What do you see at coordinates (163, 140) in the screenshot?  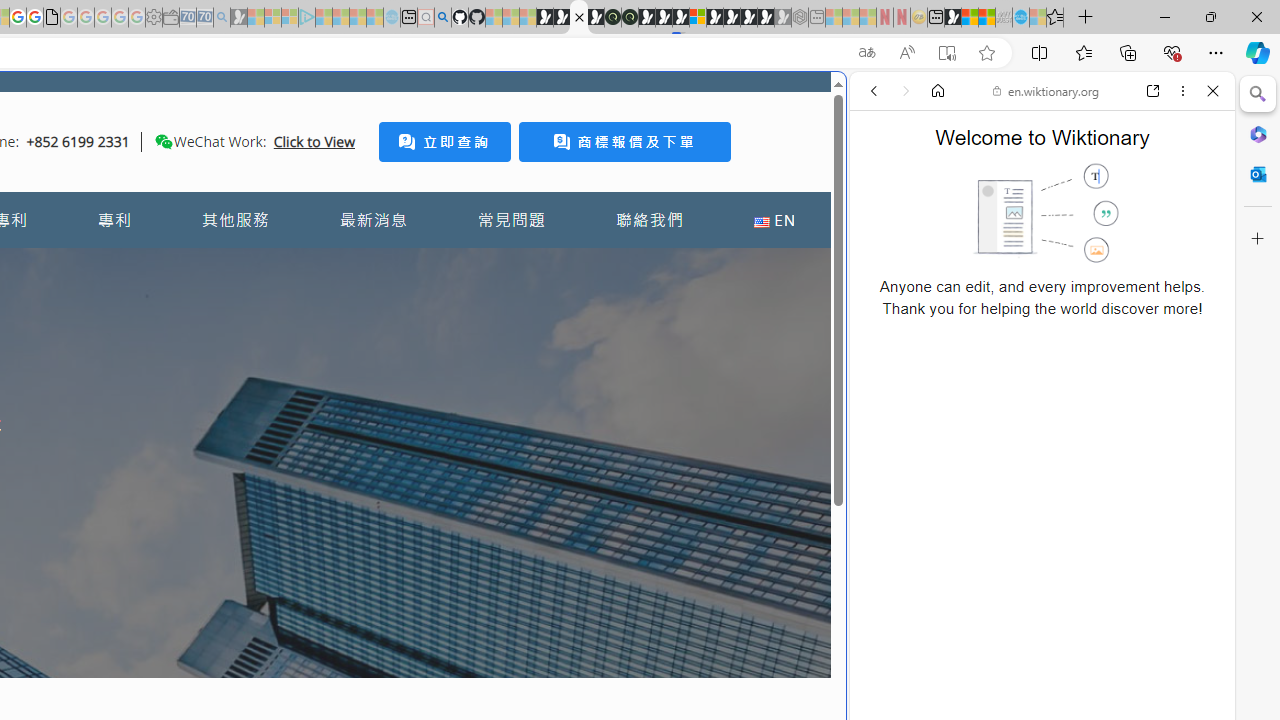 I see `'Class: desktop'` at bounding box center [163, 140].